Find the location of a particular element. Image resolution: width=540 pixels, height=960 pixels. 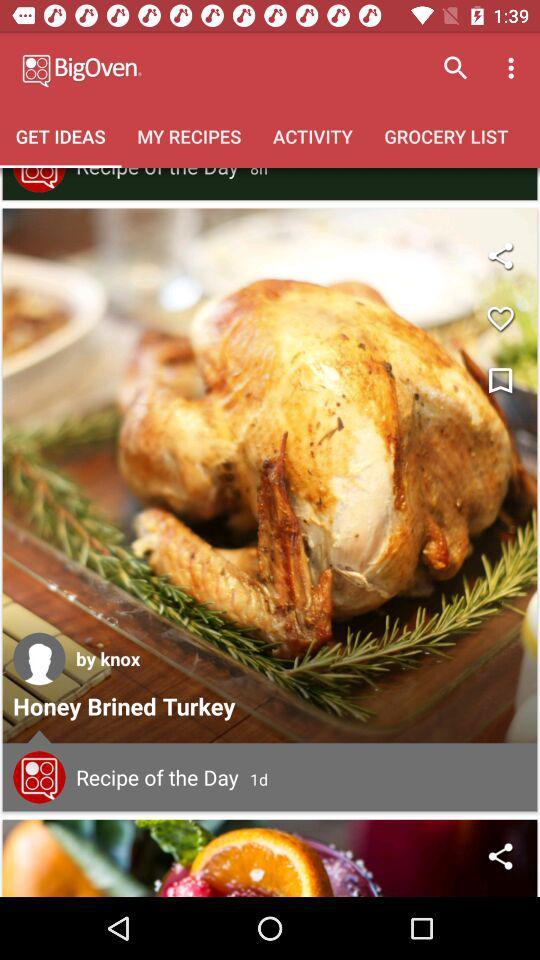

comments section is located at coordinates (39, 776).